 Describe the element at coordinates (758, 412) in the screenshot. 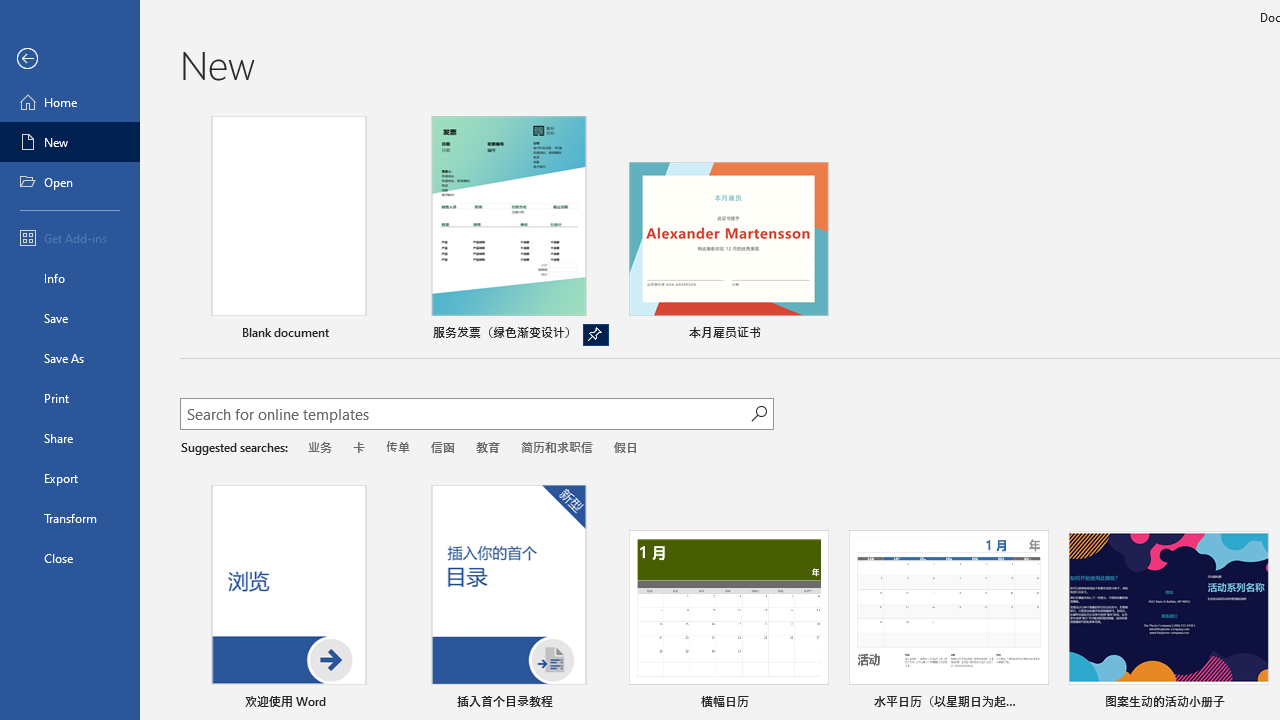

I see `'Start searching'` at that location.